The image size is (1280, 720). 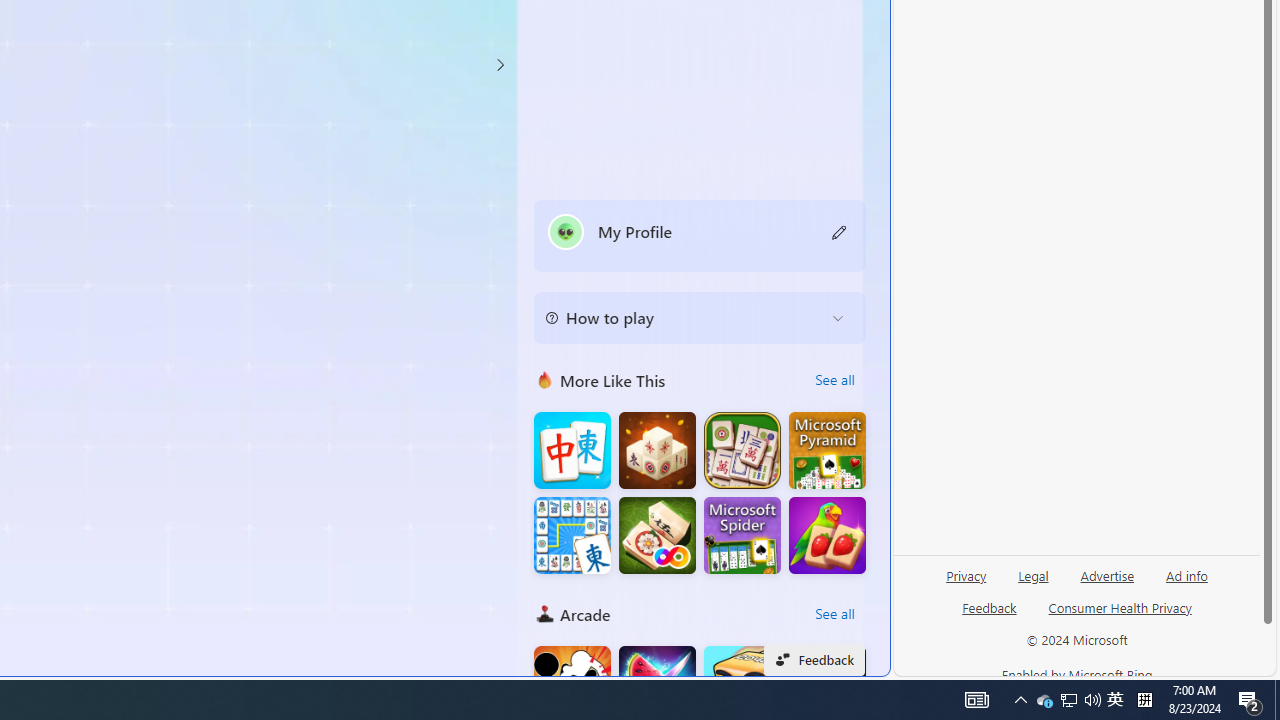 I want to click on 'Class: button edit-icon', so click(x=839, y=230).